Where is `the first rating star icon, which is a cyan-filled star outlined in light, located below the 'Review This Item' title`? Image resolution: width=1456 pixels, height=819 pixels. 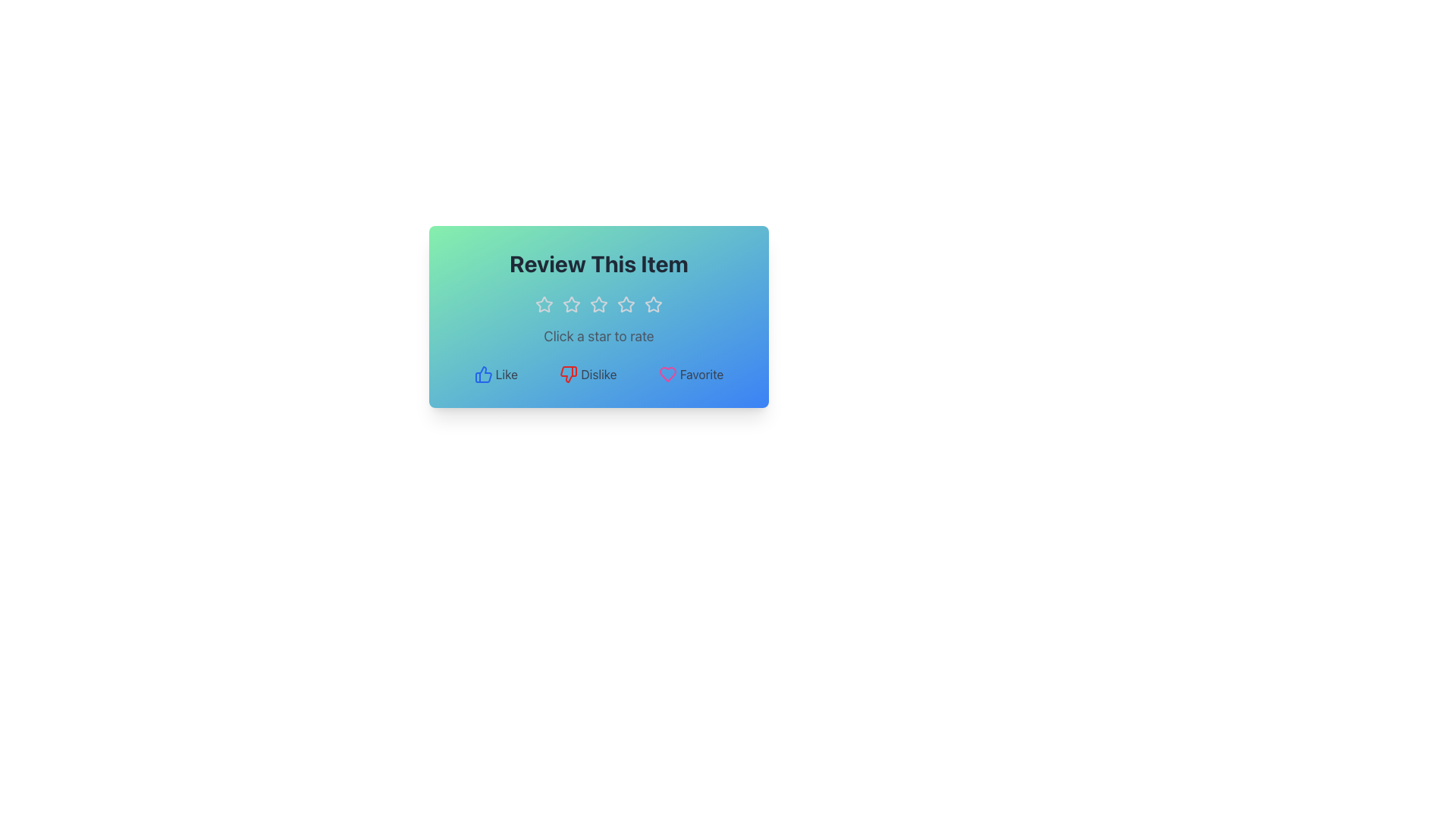
the first rating star icon, which is a cyan-filled star outlined in light, located below the 'Review This Item' title is located at coordinates (544, 304).